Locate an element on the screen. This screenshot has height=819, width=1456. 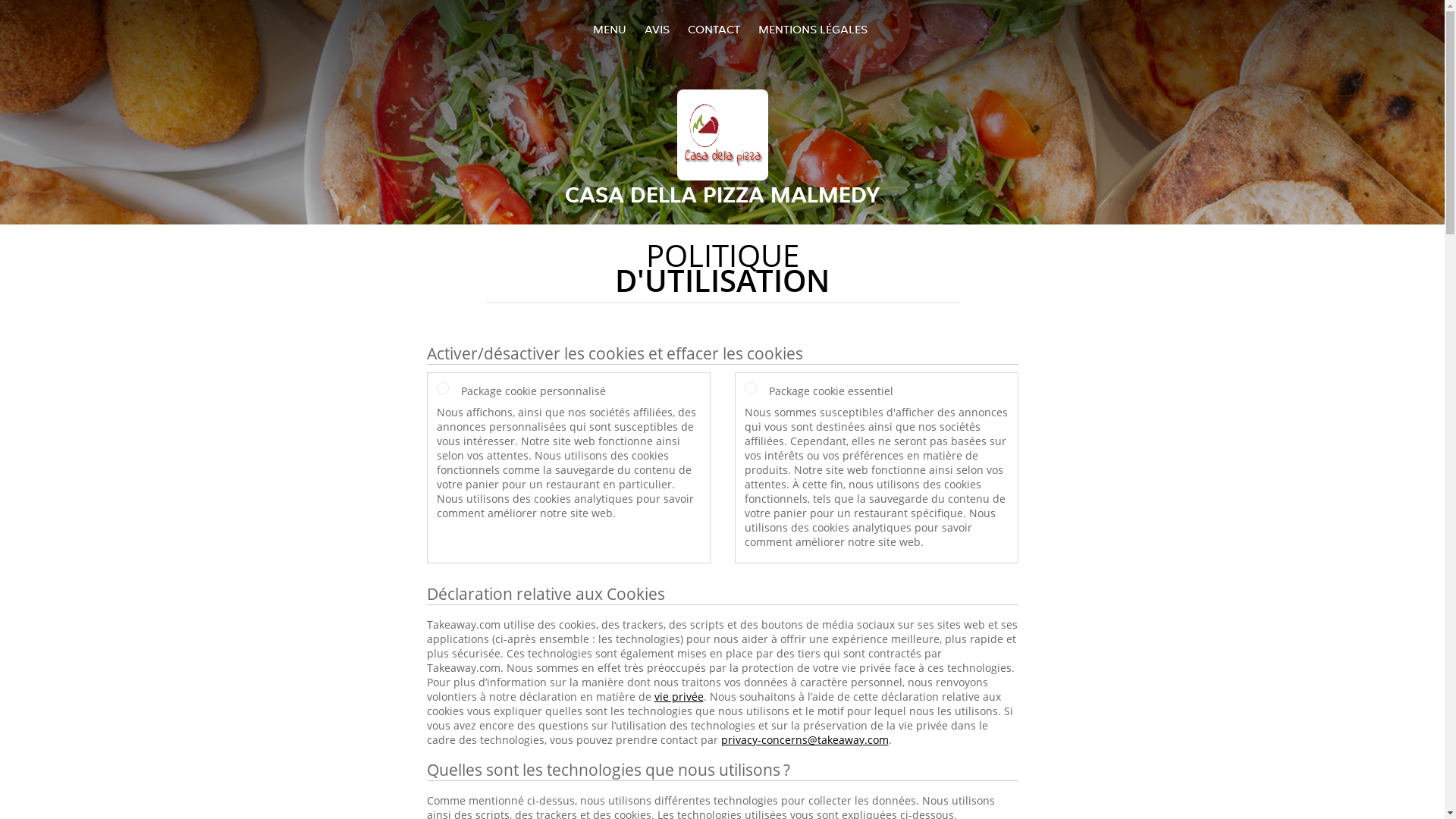
'CONTACT' is located at coordinates (712, 29).